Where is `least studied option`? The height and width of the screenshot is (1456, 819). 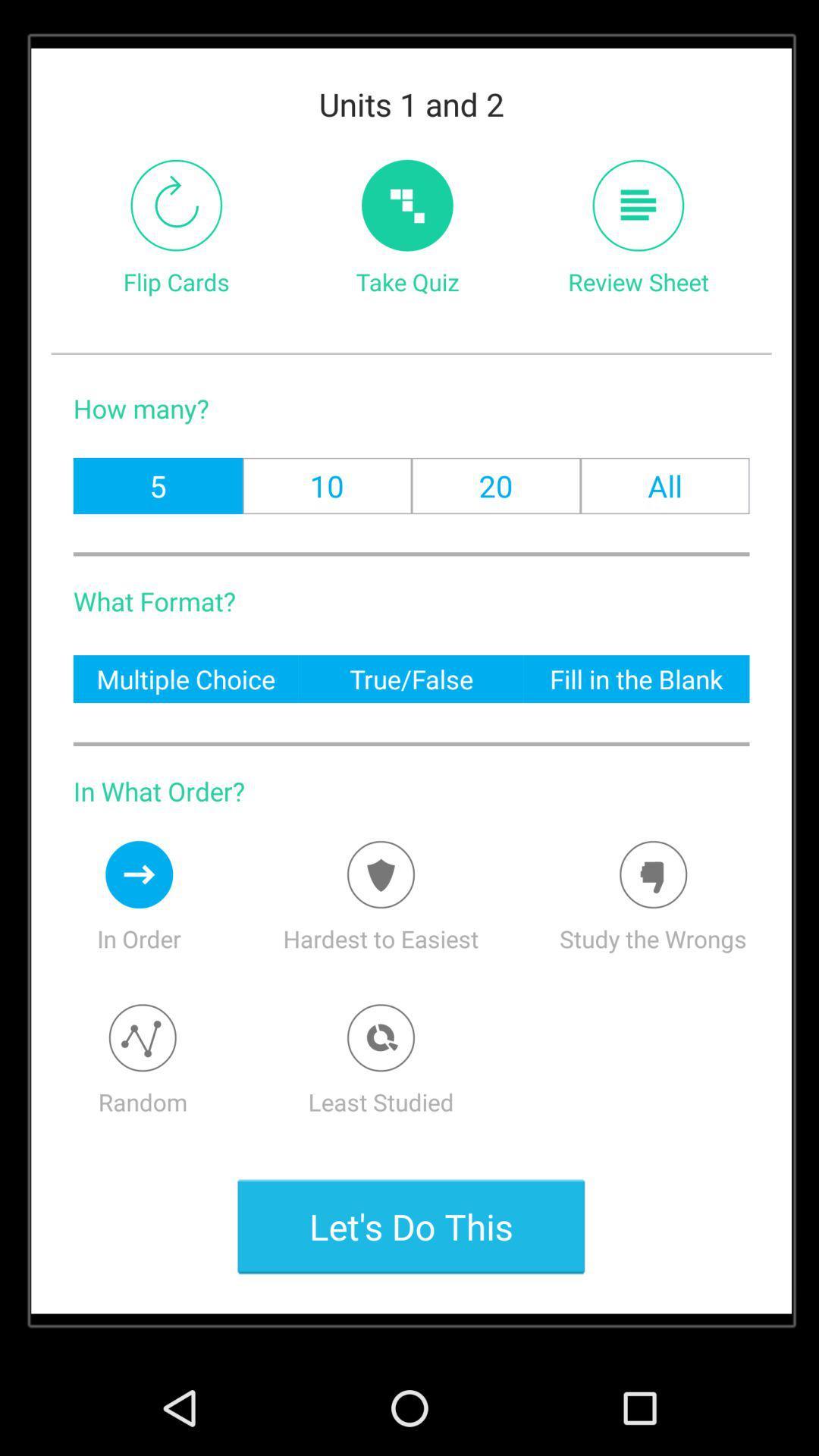
least studied option is located at coordinates (380, 1037).